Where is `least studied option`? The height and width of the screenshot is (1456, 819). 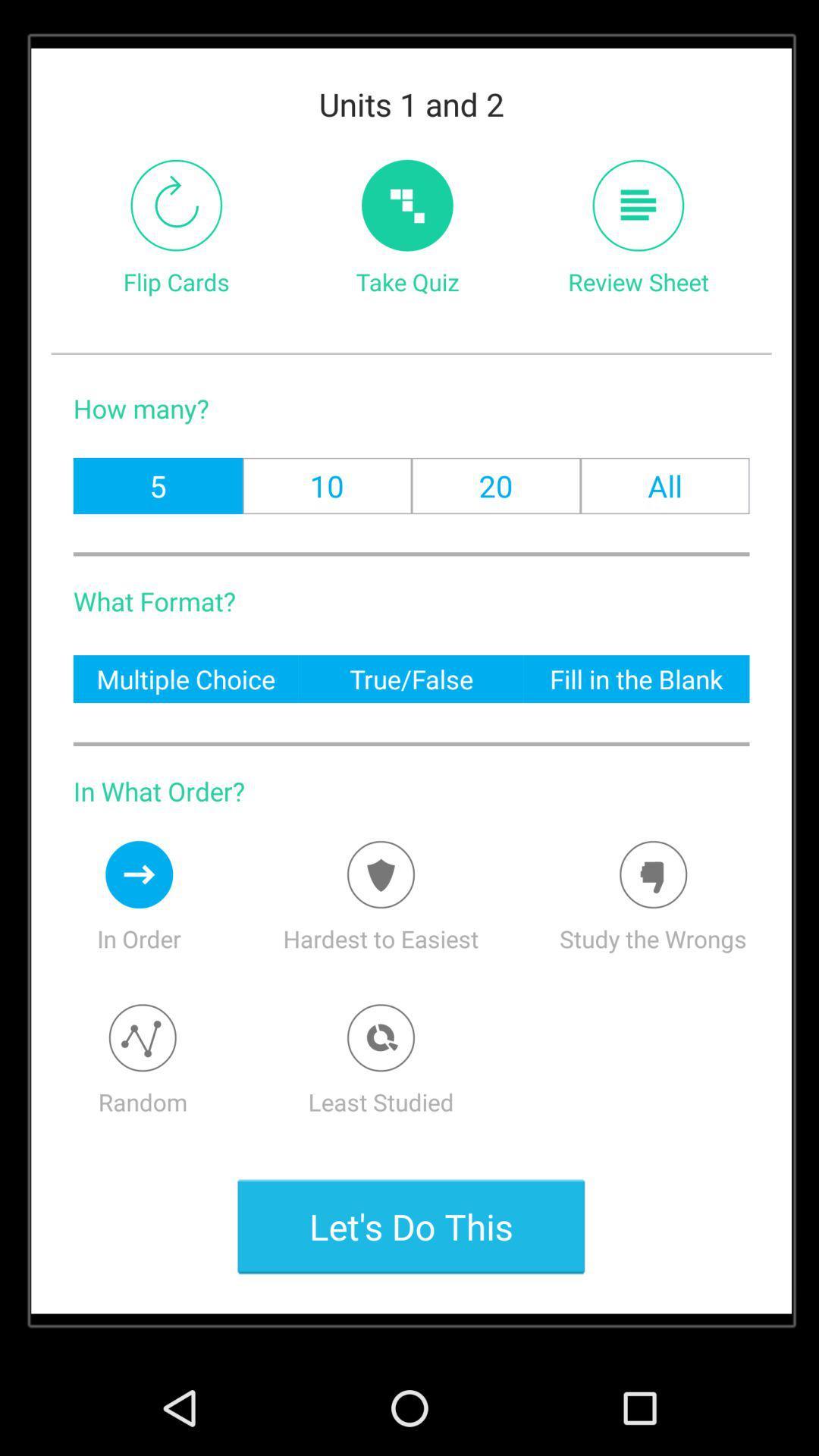
least studied option is located at coordinates (380, 1037).